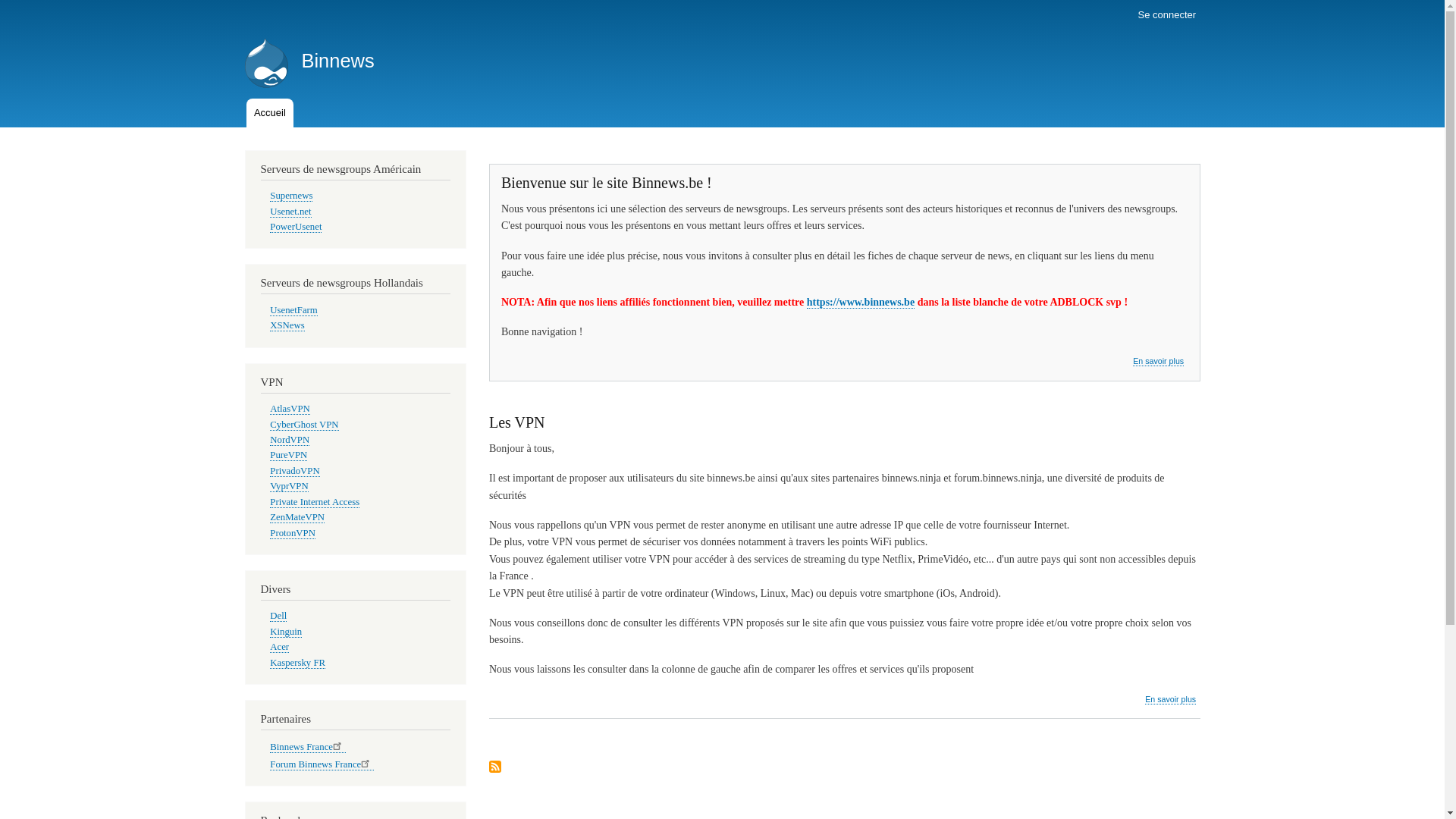  I want to click on 'CyberGhost VPN', so click(303, 425).